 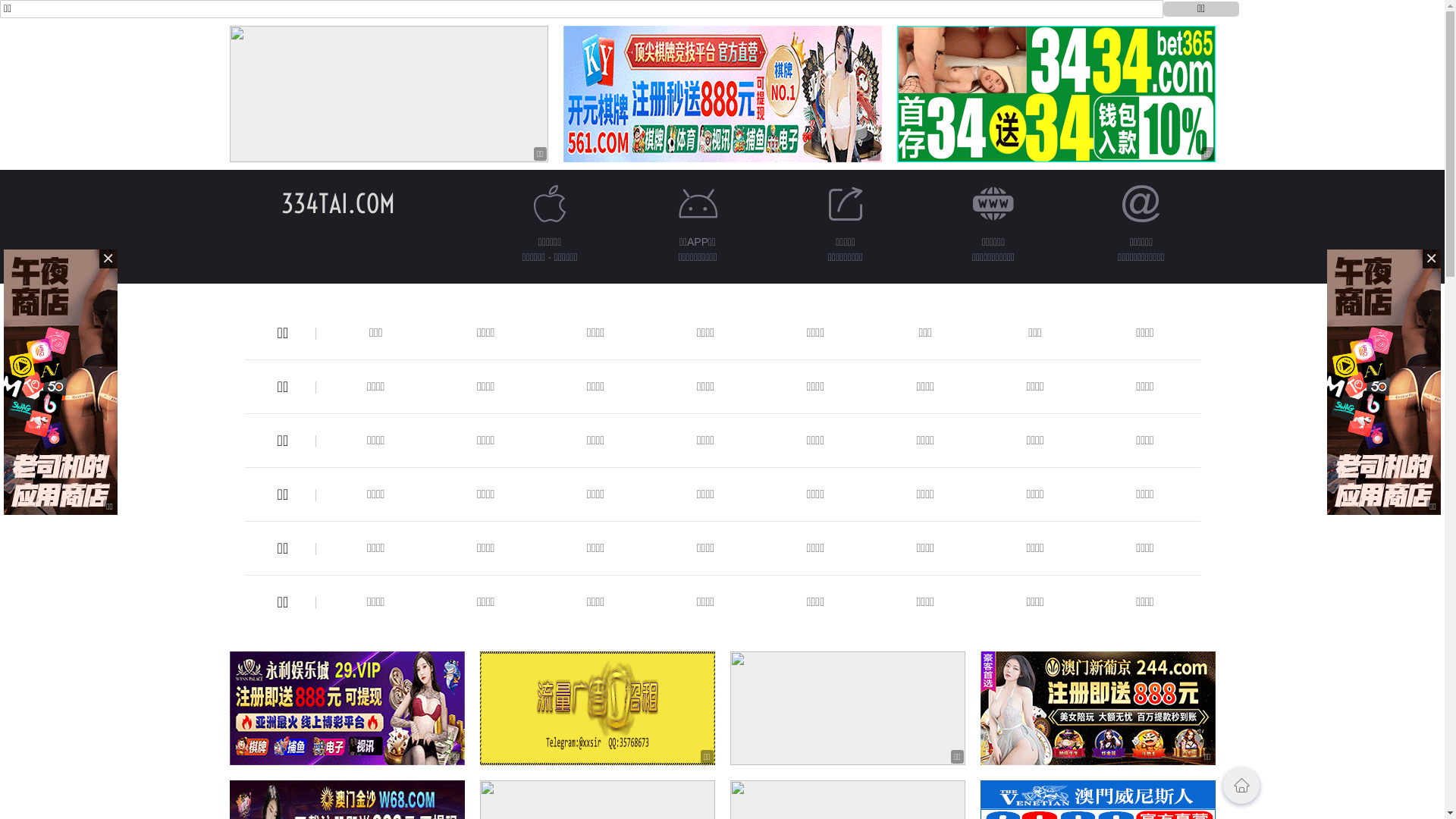 I want to click on '334TAI.COM', so click(x=280, y=202).